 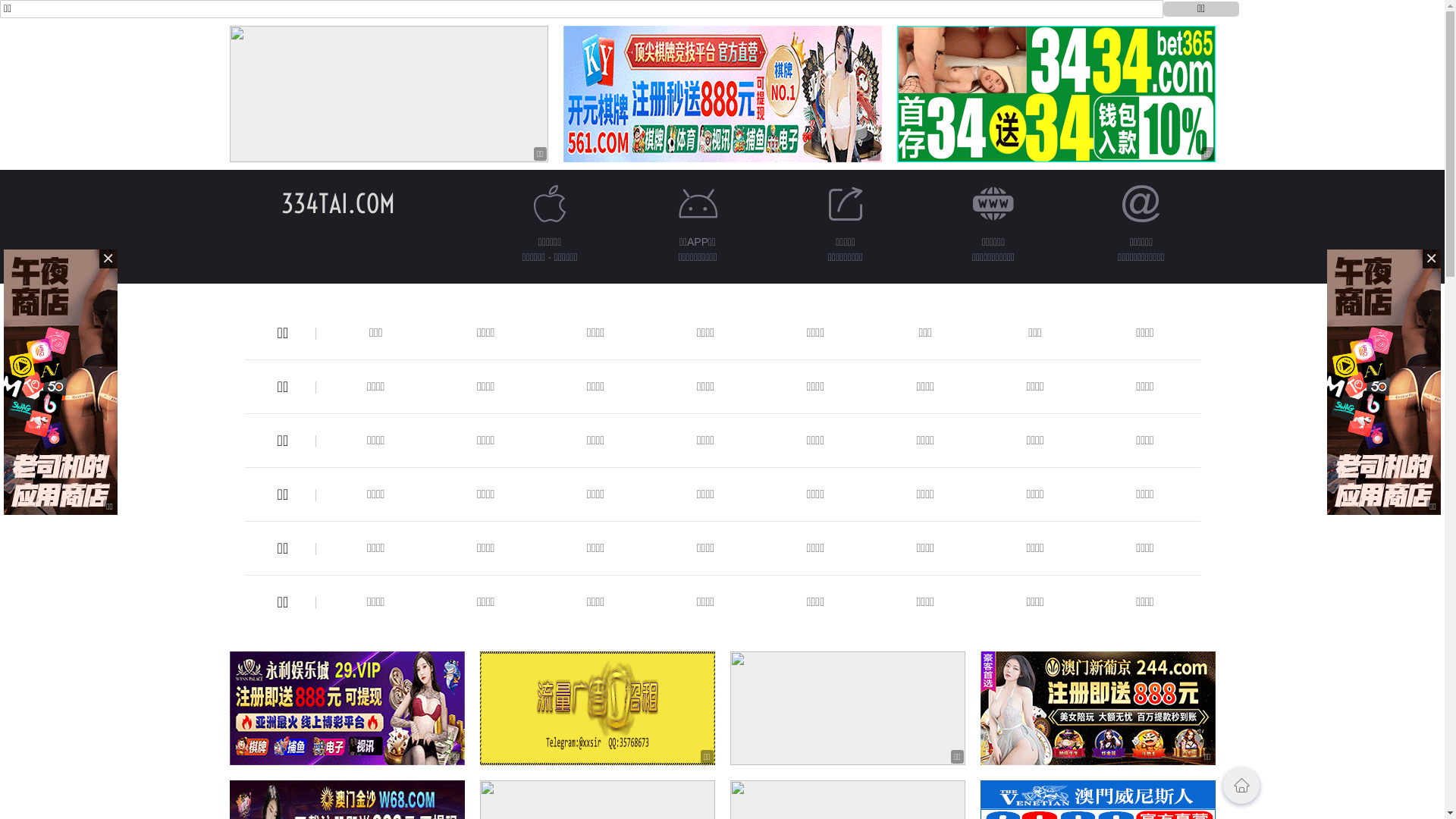 I want to click on '334TAI.COM', so click(x=280, y=202).